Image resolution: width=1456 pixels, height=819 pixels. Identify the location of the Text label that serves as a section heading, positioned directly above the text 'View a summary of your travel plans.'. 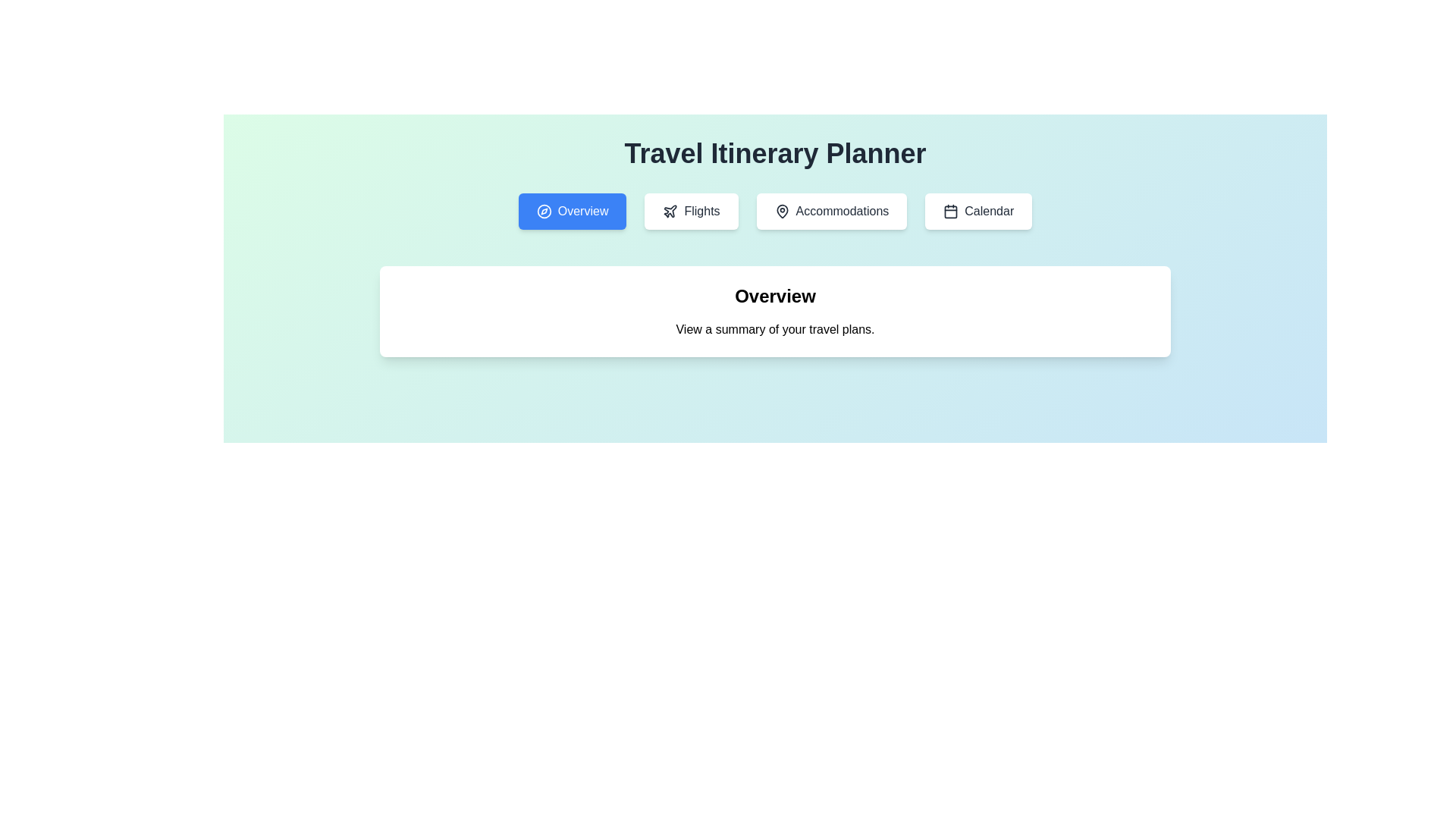
(775, 296).